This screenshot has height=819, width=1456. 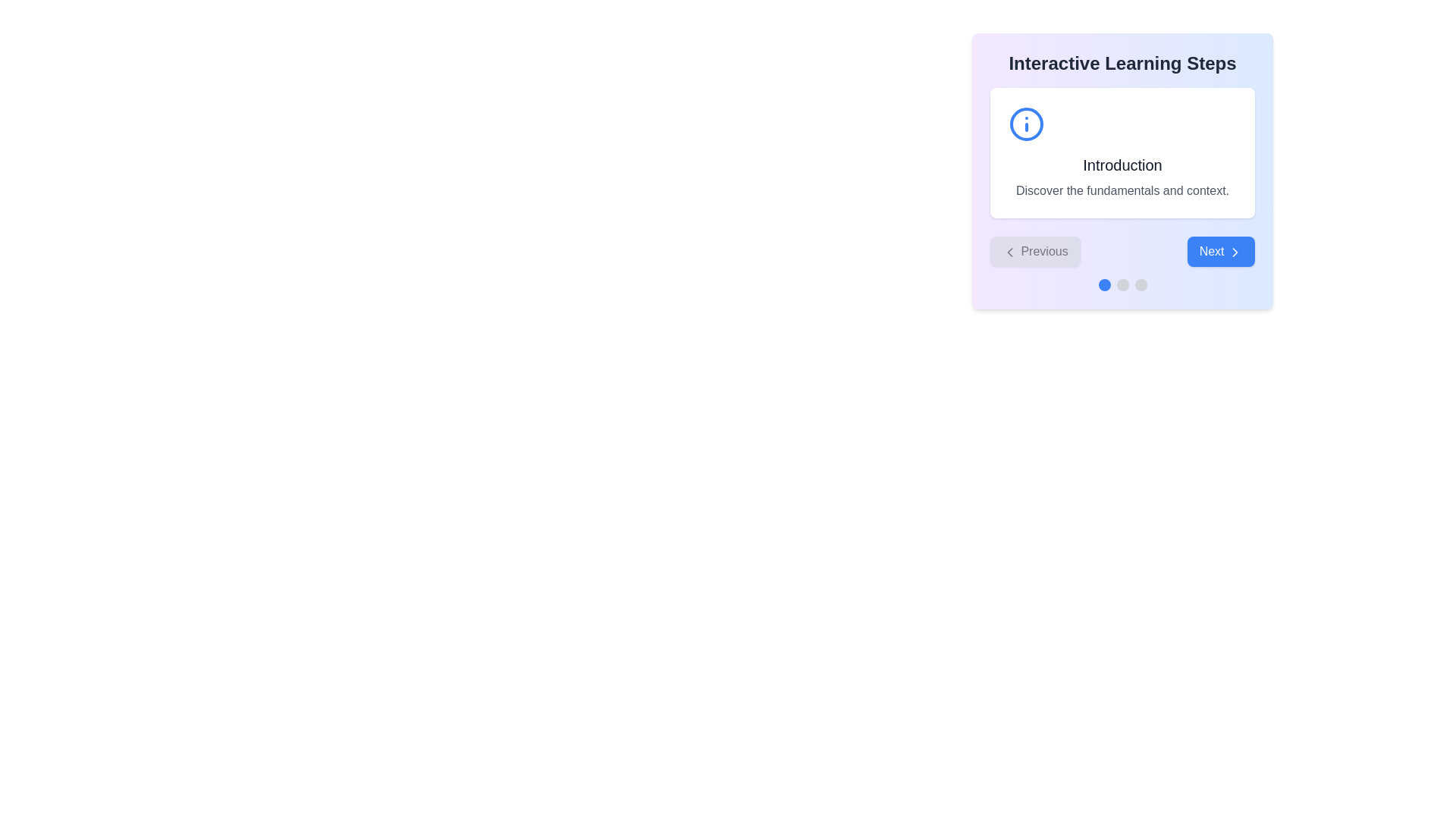 I want to click on the circular blue icon with an exclamation mark located in the upper left corner of the 'Interactive Learning Steps' card, positioned directly above the 'Introduction' title text, so click(x=1026, y=124).